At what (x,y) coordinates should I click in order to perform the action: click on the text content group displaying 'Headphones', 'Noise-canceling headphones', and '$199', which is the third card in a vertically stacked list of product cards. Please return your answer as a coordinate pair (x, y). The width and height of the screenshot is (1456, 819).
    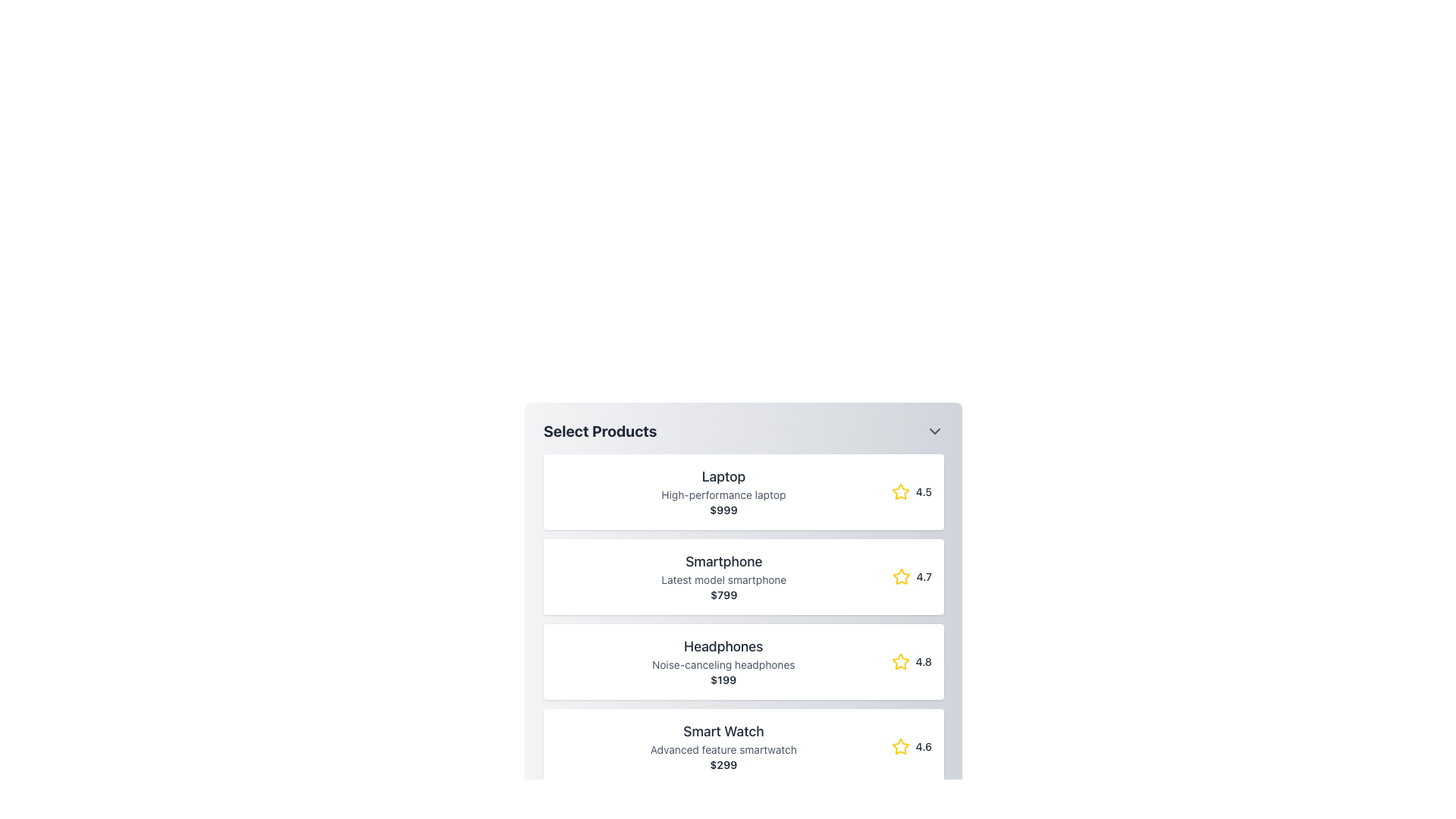
    Looking at the image, I should click on (723, 661).